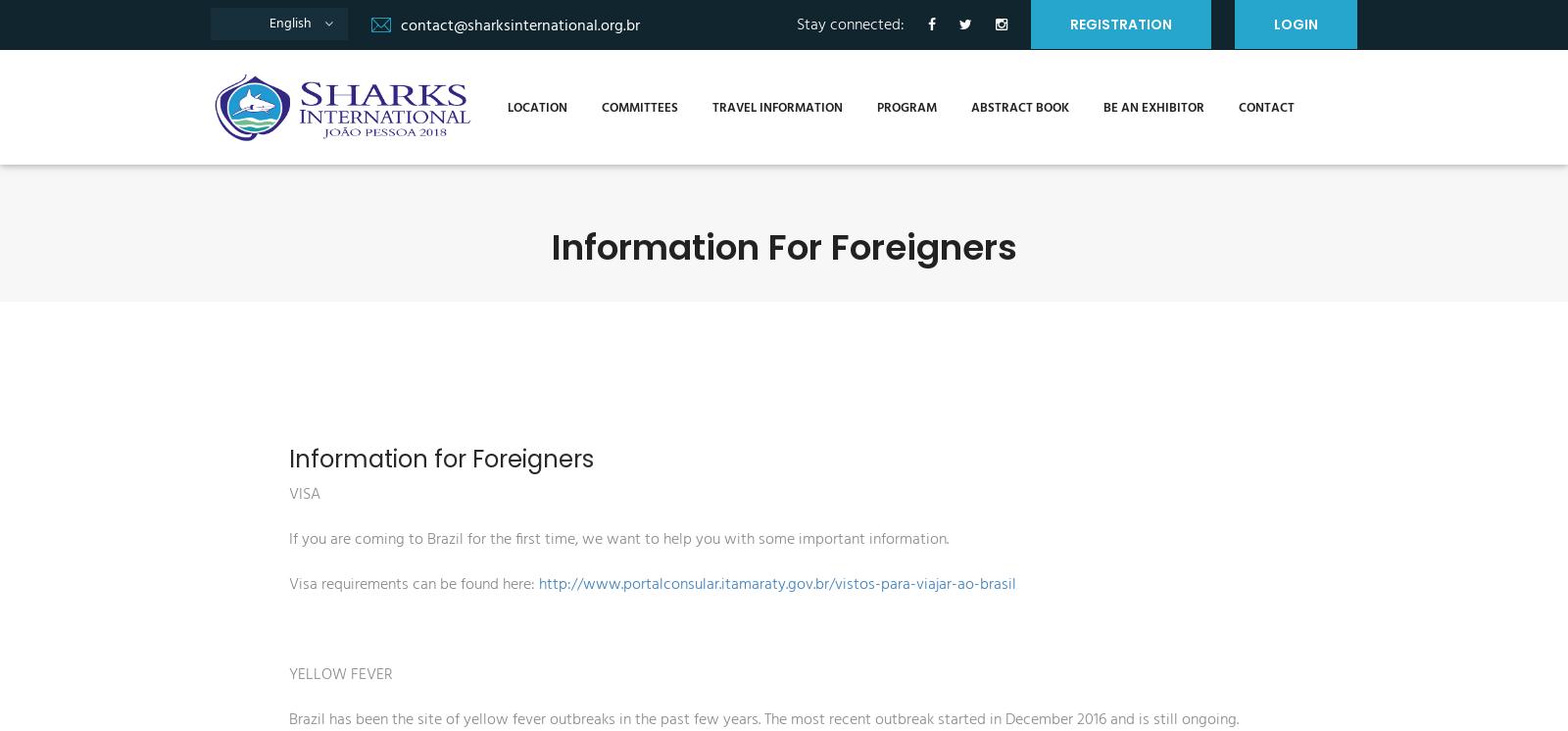 Image resolution: width=1568 pixels, height=731 pixels. I want to click on 'Abstract Book', so click(956, 106).